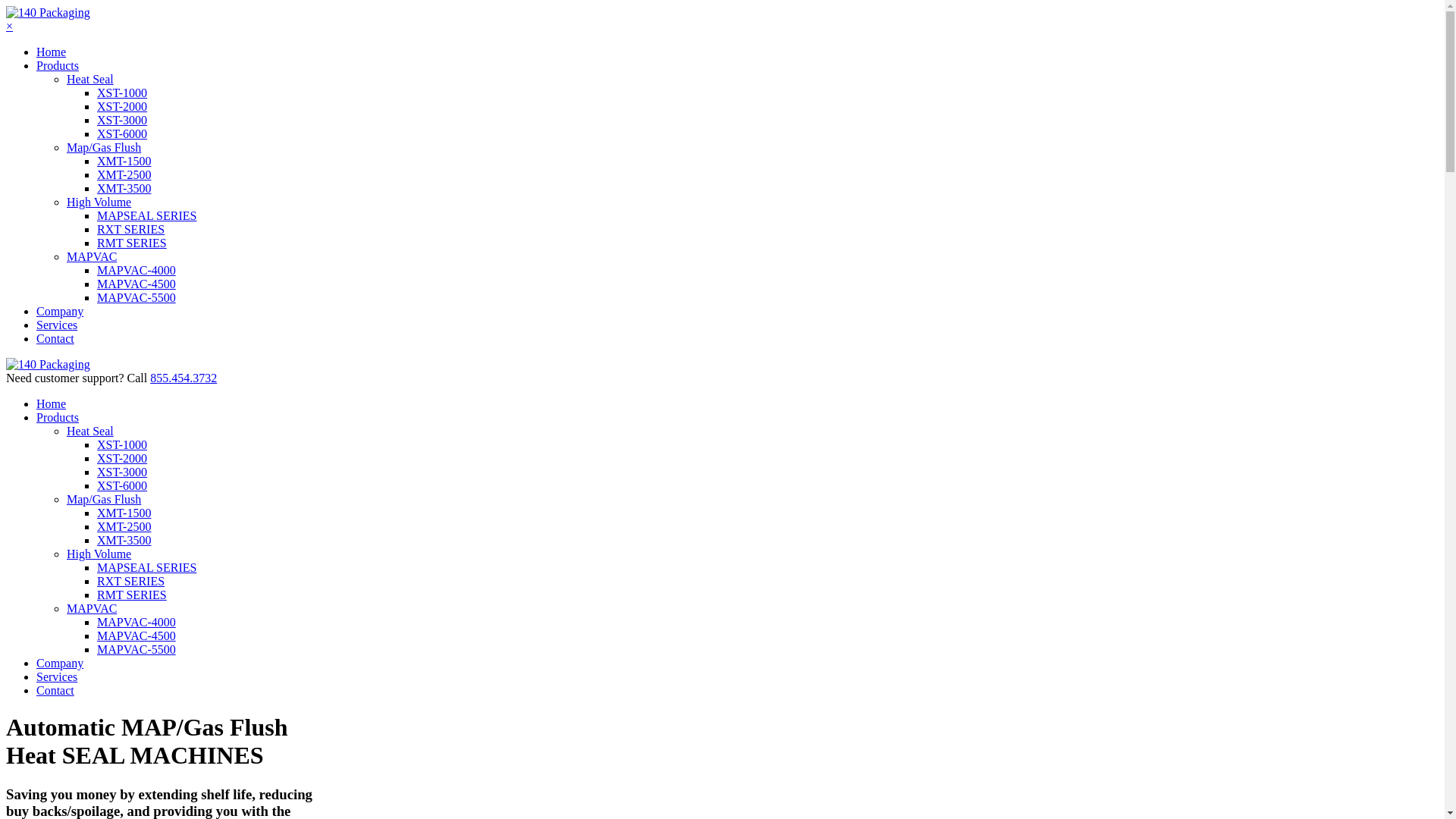  I want to click on 'MAPVAC', so click(90, 256).